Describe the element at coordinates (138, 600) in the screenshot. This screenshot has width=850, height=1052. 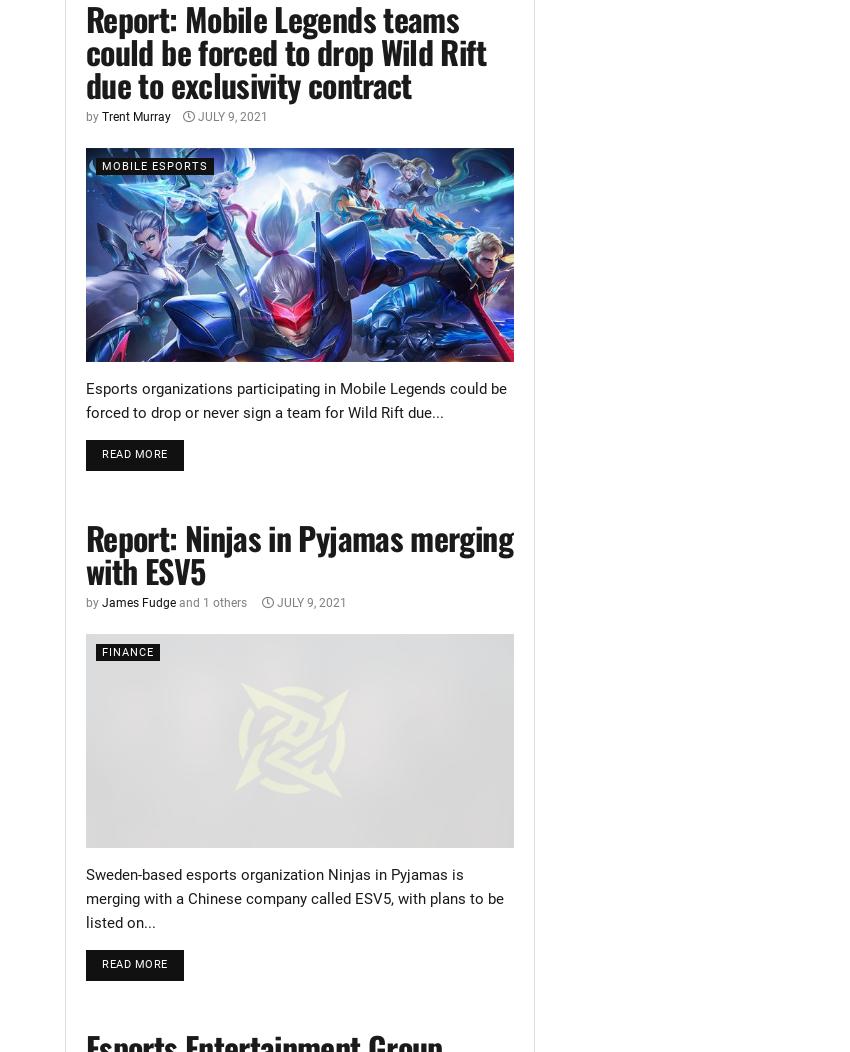
I see `'James Fudge'` at that location.